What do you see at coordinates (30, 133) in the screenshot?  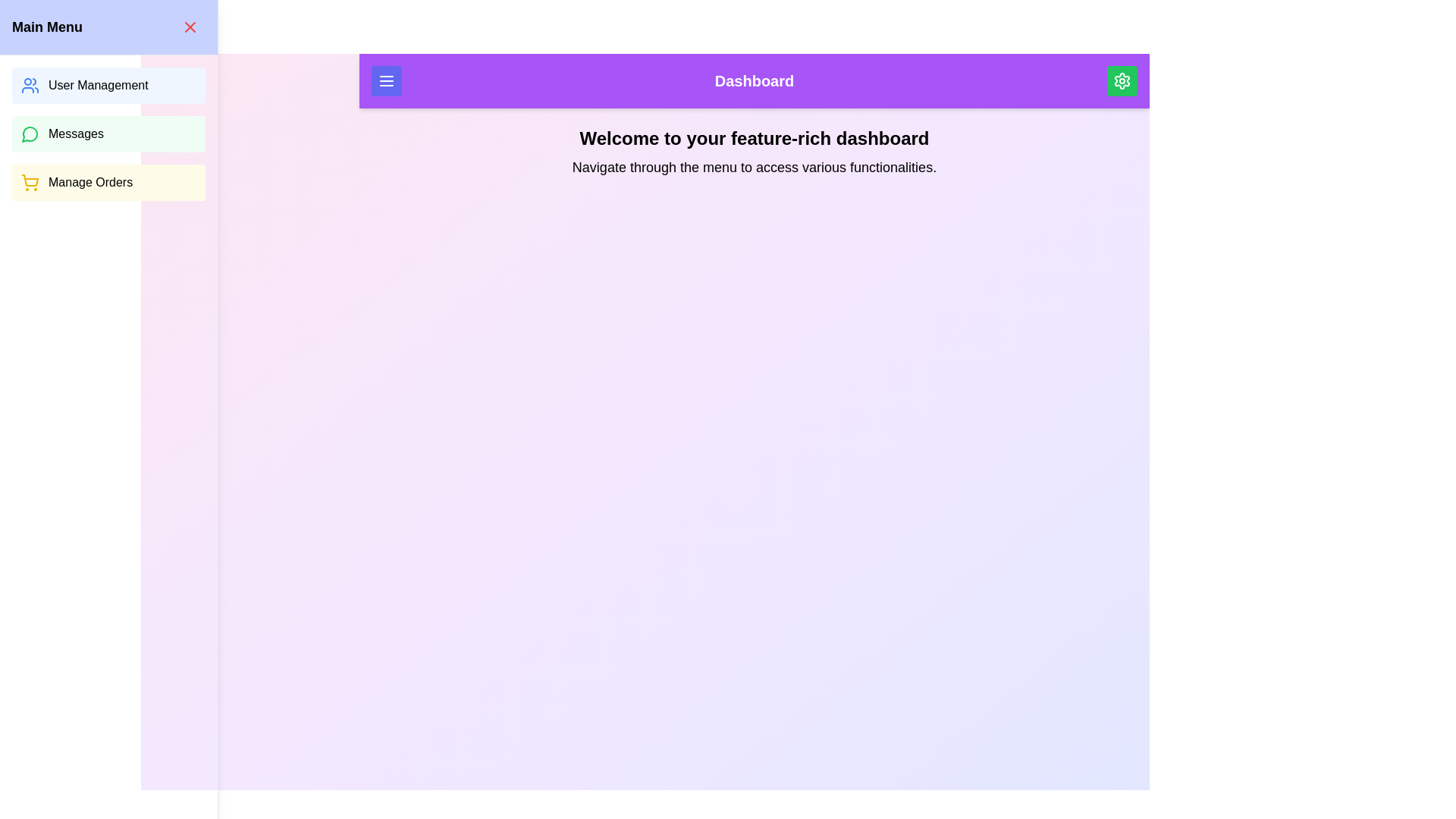 I see `the green circular icon resembling a speech or message bubble located to the left of the 'Messages' text in the sidebar menu` at bounding box center [30, 133].